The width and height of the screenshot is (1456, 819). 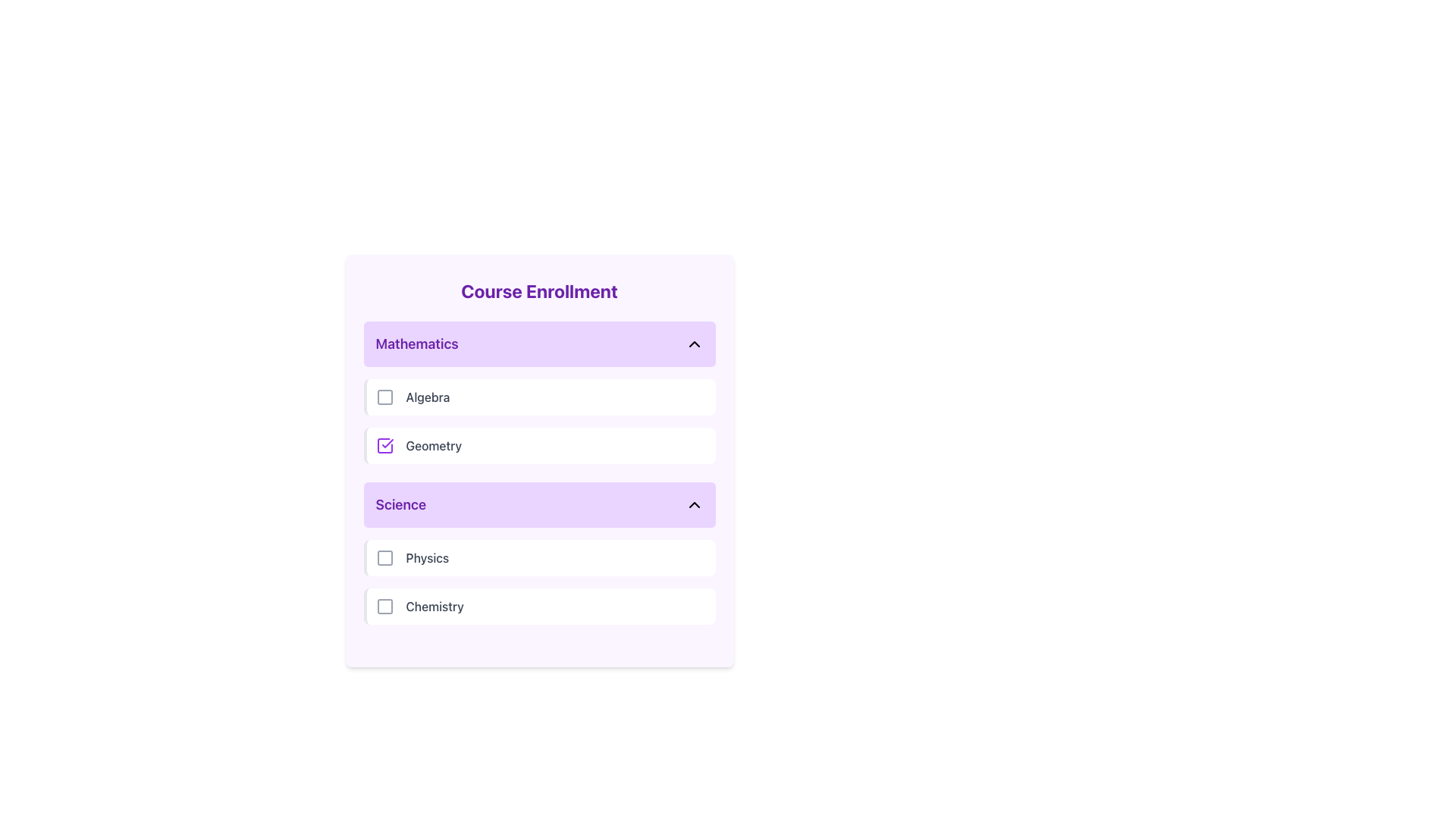 What do you see at coordinates (384, 605) in the screenshot?
I see `the checkbox icon located next to the text 'Chemistry' in the Science section` at bounding box center [384, 605].